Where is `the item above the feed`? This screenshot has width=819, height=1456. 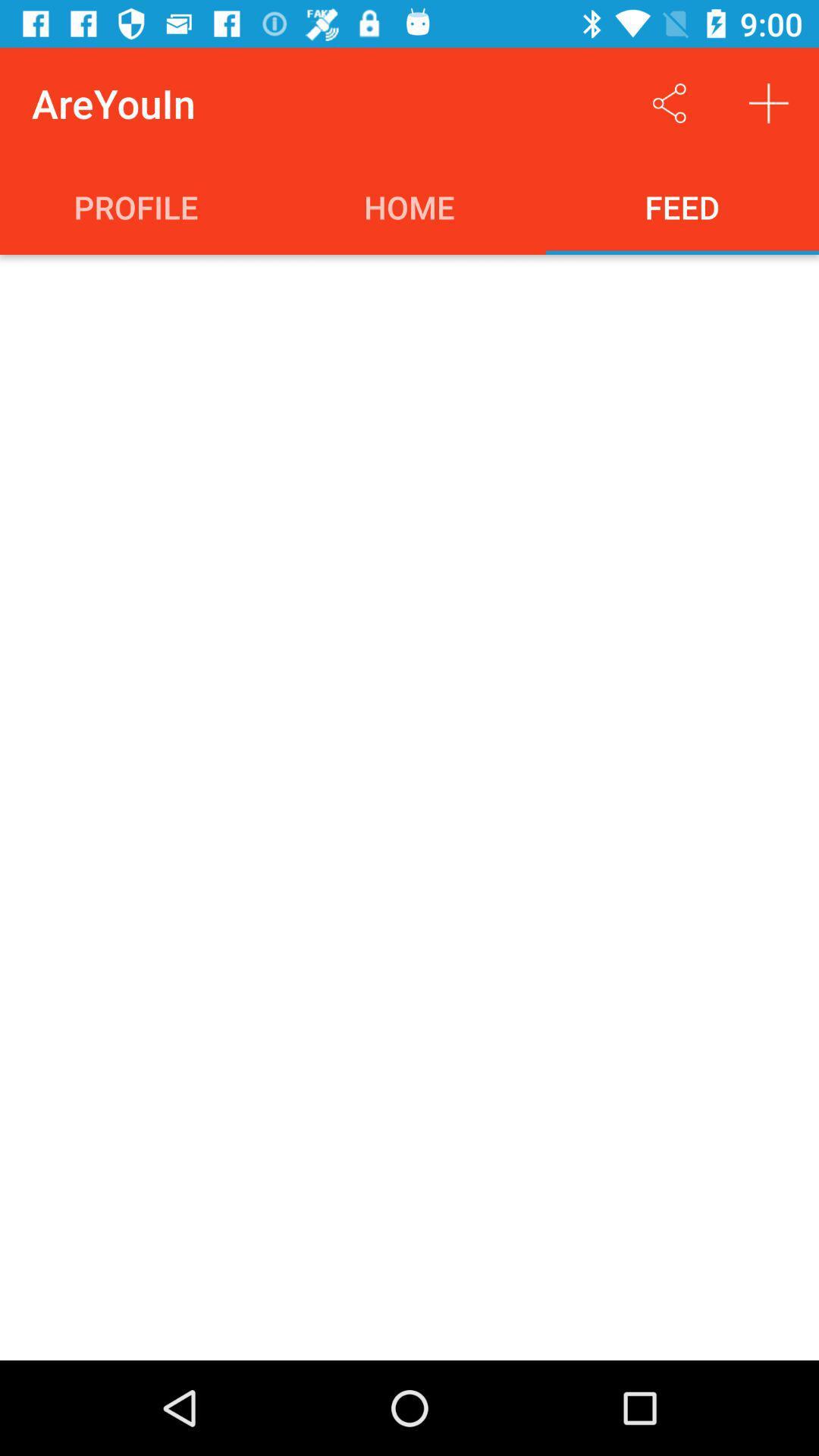
the item above the feed is located at coordinates (669, 102).